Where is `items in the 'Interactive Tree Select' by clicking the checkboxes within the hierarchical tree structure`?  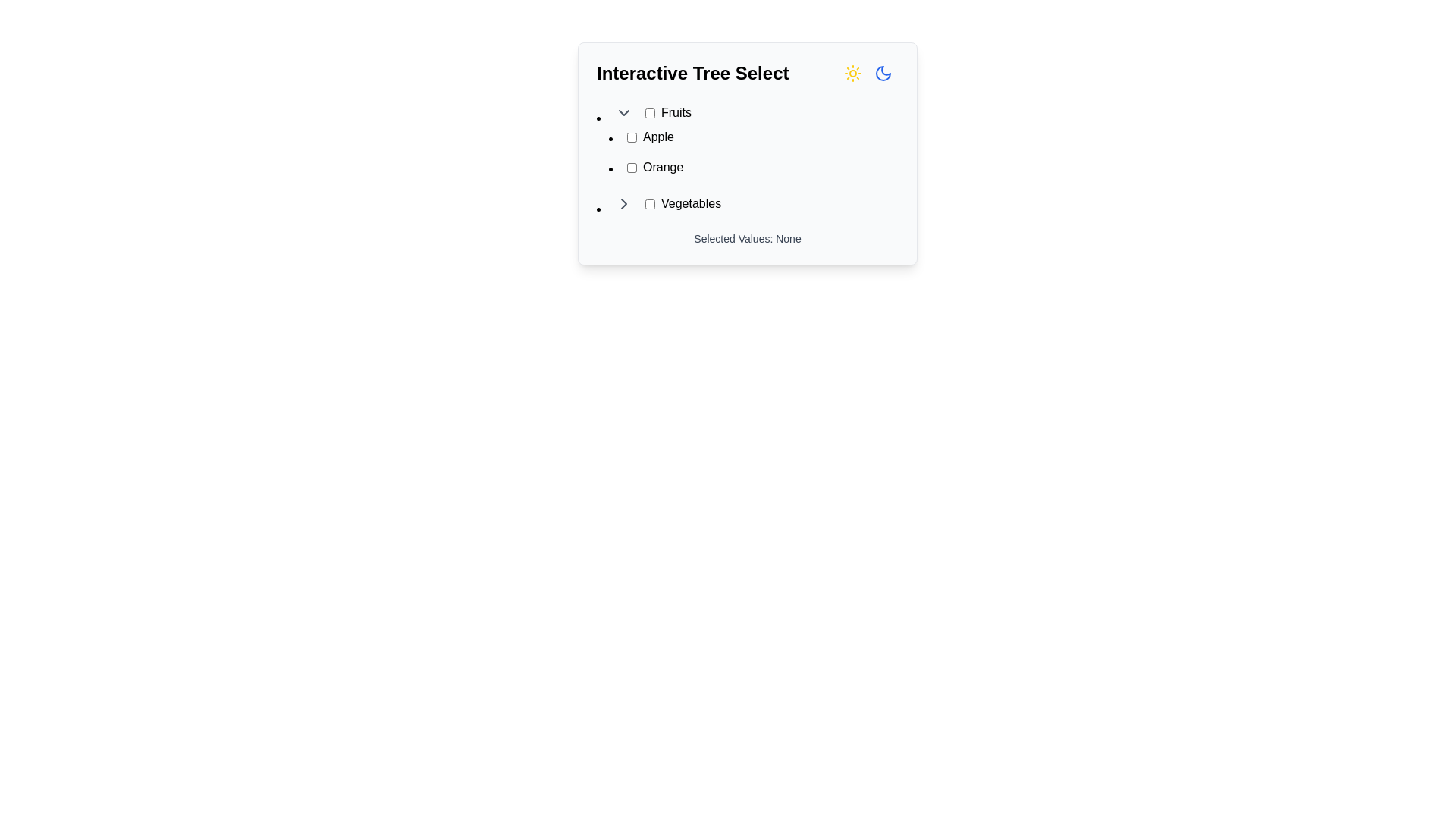 items in the 'Interactive Tree Select' by clicking the checkboxes within the hierarchical tree structure is located at coordinates (747, 154).